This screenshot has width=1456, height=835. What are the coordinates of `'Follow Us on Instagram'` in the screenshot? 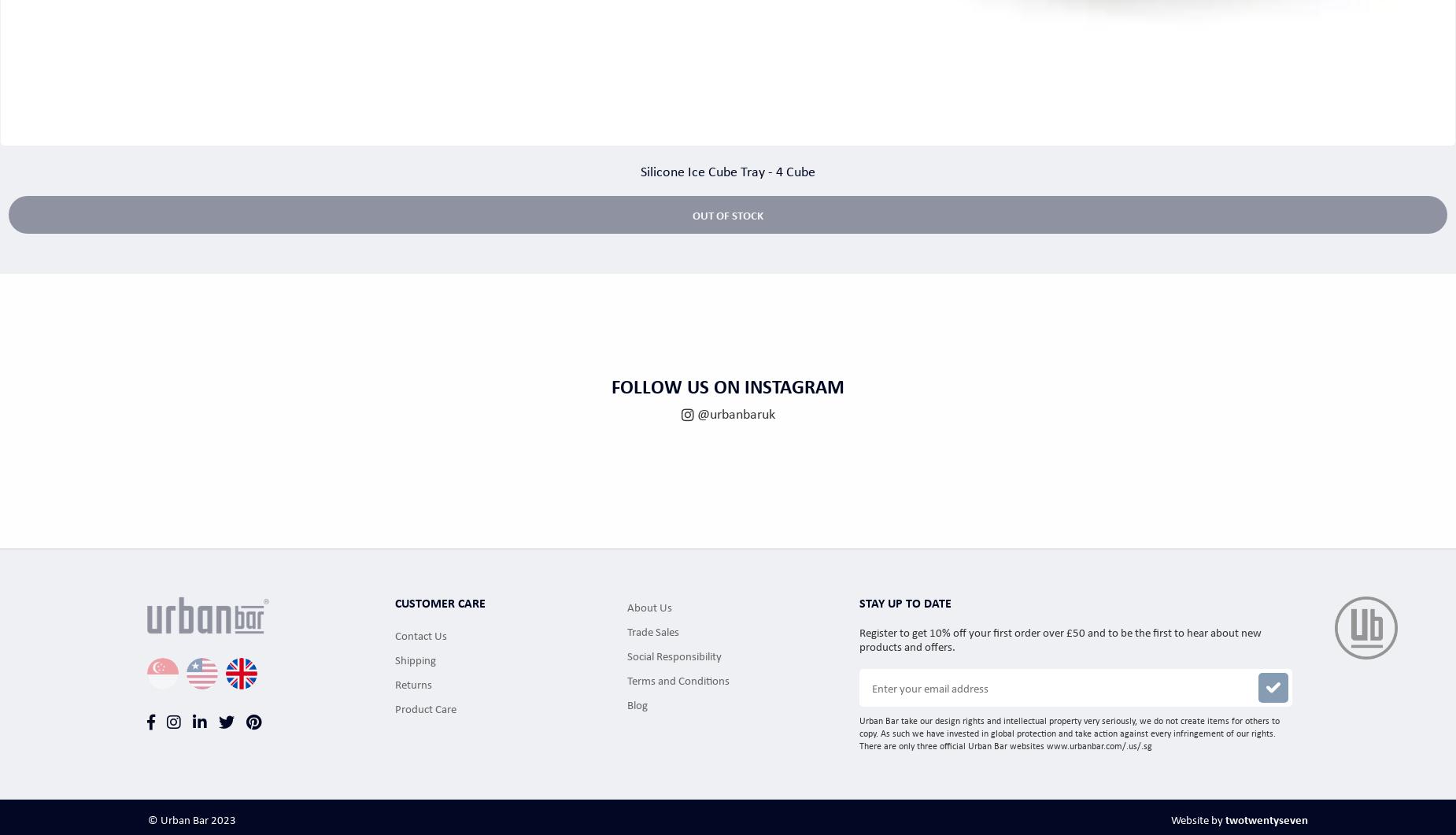 It's located at (728, 385).